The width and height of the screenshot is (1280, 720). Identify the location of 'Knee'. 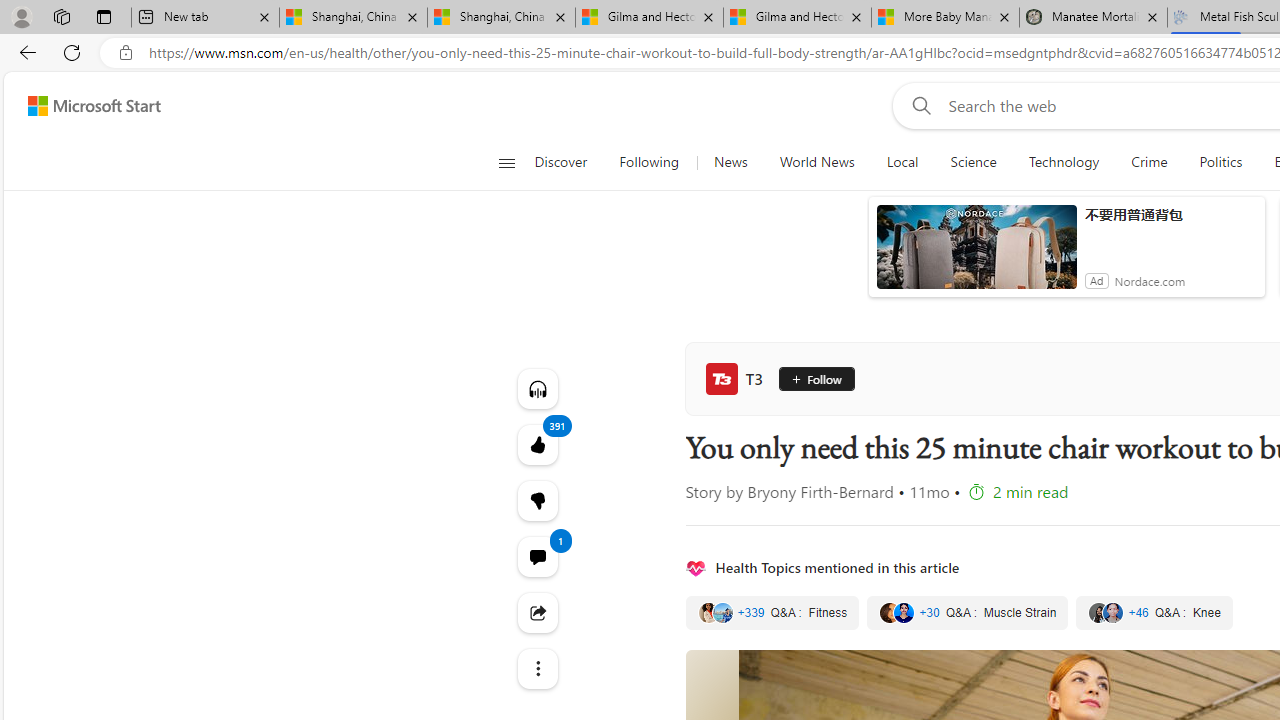
(1154, 612).